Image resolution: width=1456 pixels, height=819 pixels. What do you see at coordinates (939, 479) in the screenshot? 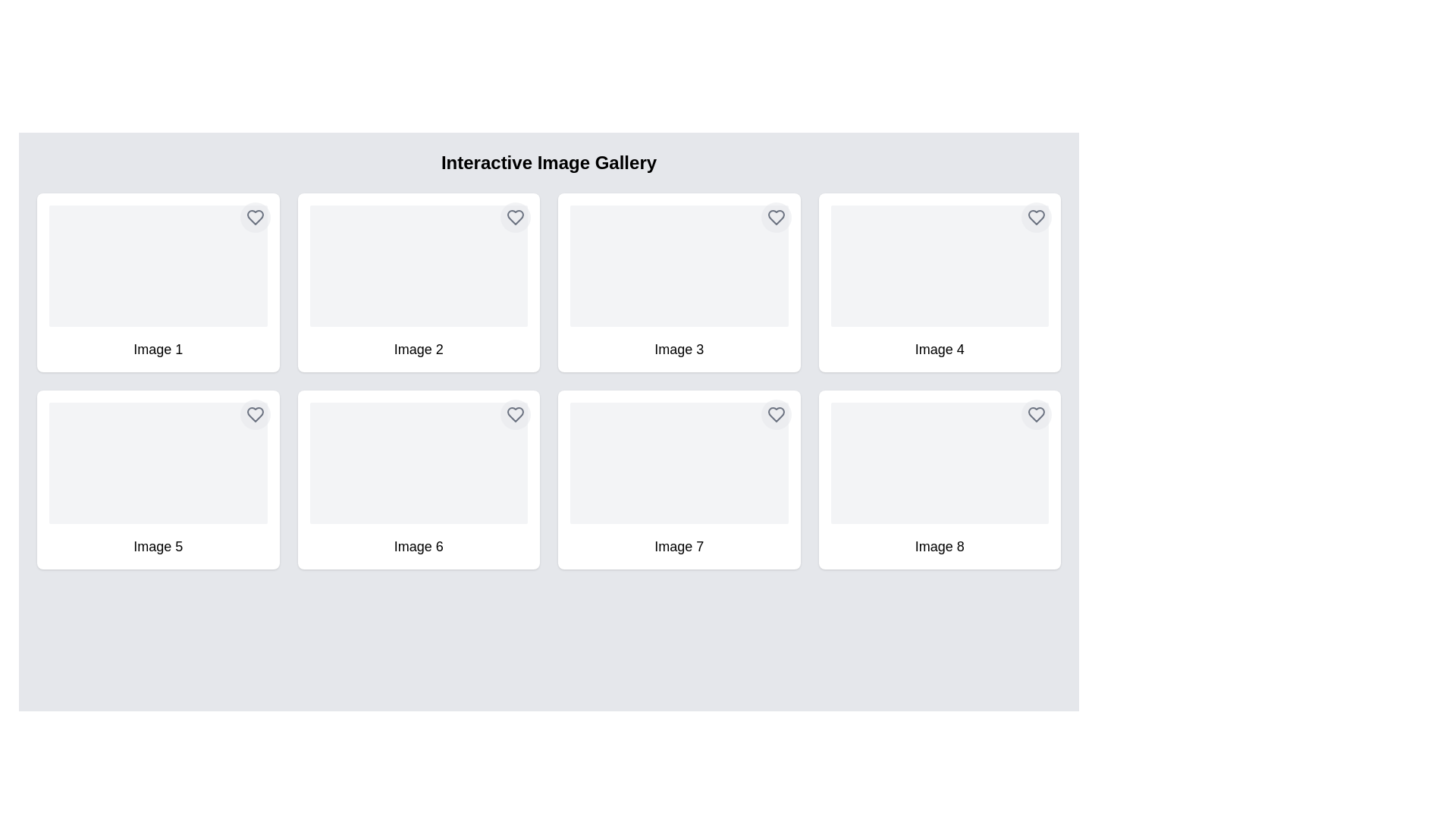
I see `the image card located in the second row, fourth column of the grid layout for keyboard navigation` at bounding box center [939, 479].